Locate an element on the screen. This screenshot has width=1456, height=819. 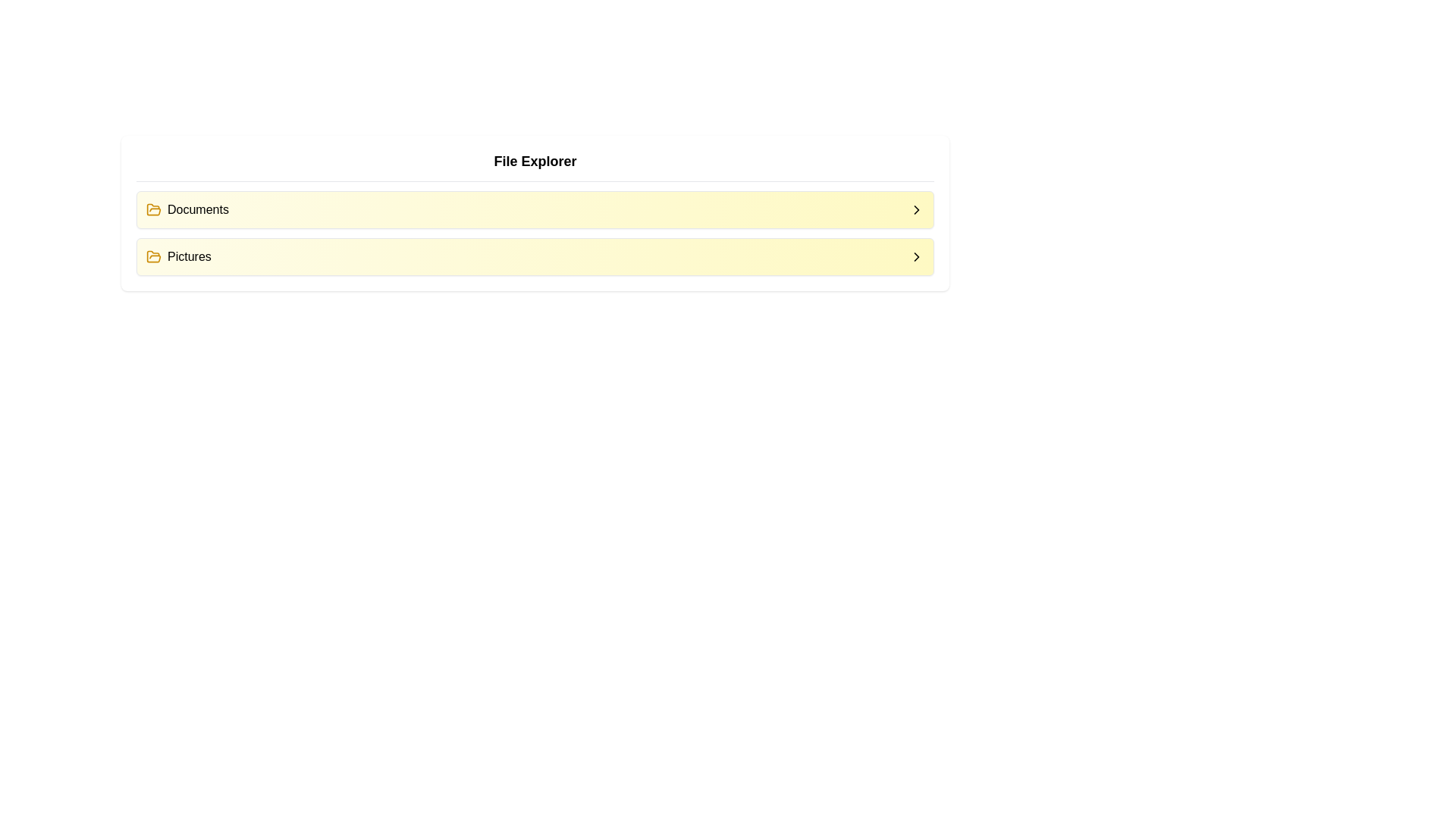
the right-pointing chevron icon in the SVG graphic adjacent to the 'Pictures' entry in the list to emphasize the item is located at coordinates (916, 256).